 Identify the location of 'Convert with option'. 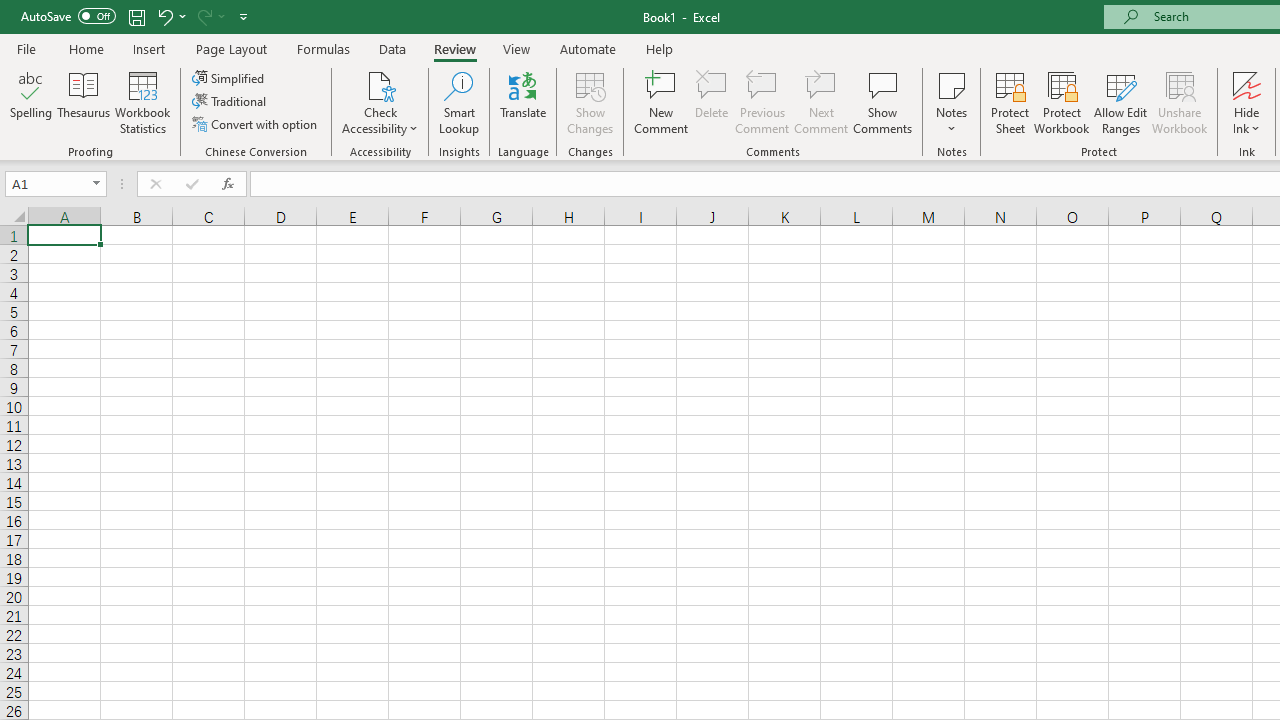
(255, 124).